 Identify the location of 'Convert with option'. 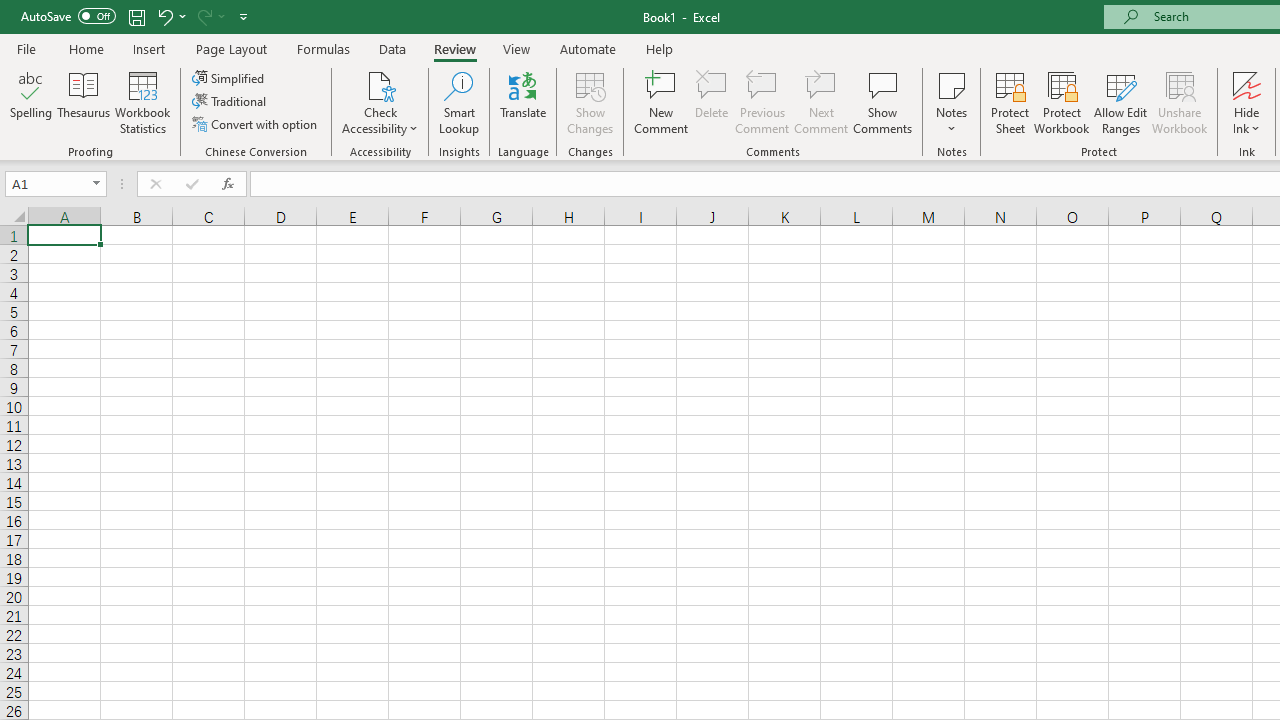
(255, 124).